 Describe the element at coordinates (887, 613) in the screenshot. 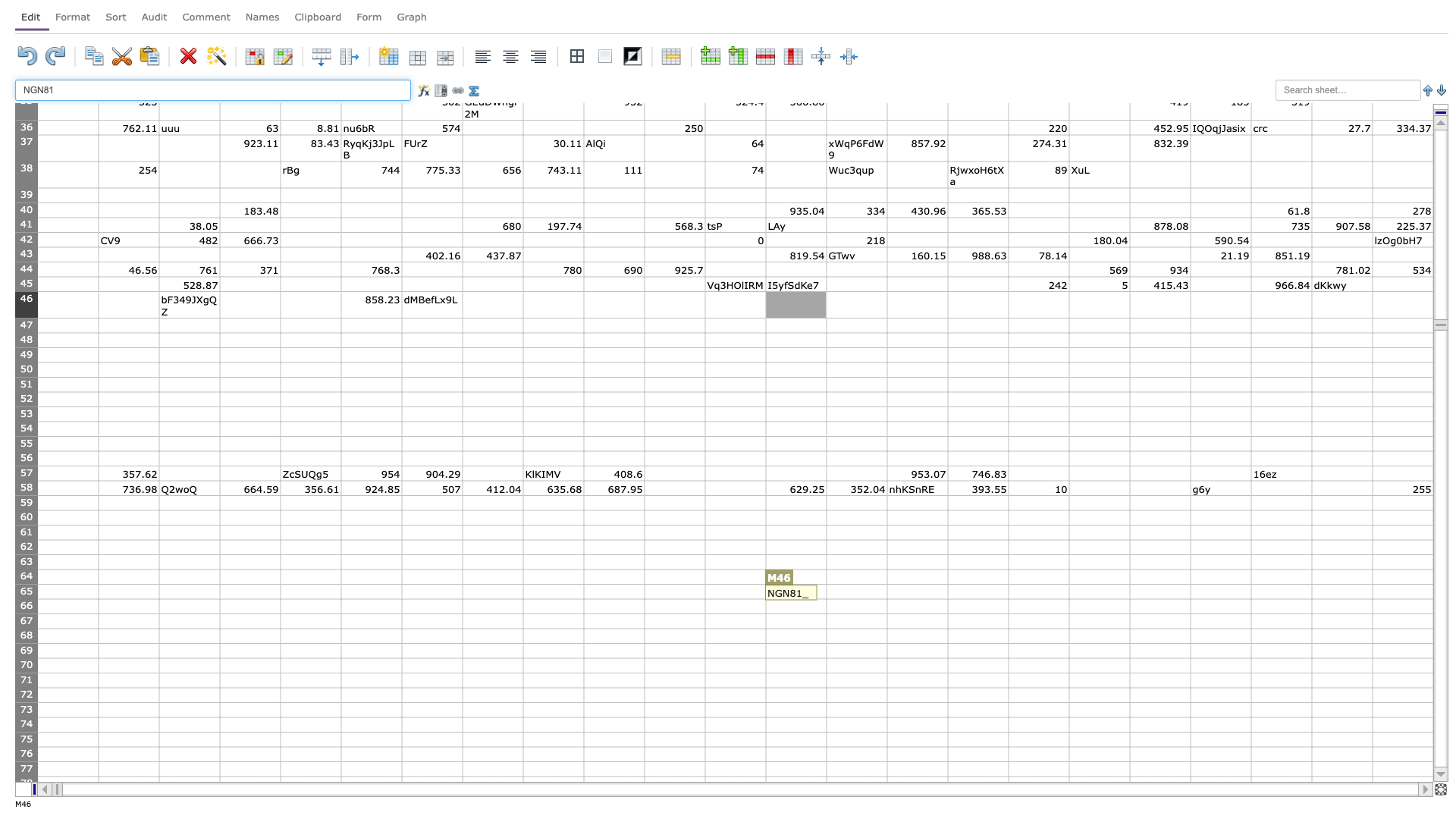

I see `Southeast corner of cell N66` at that location.